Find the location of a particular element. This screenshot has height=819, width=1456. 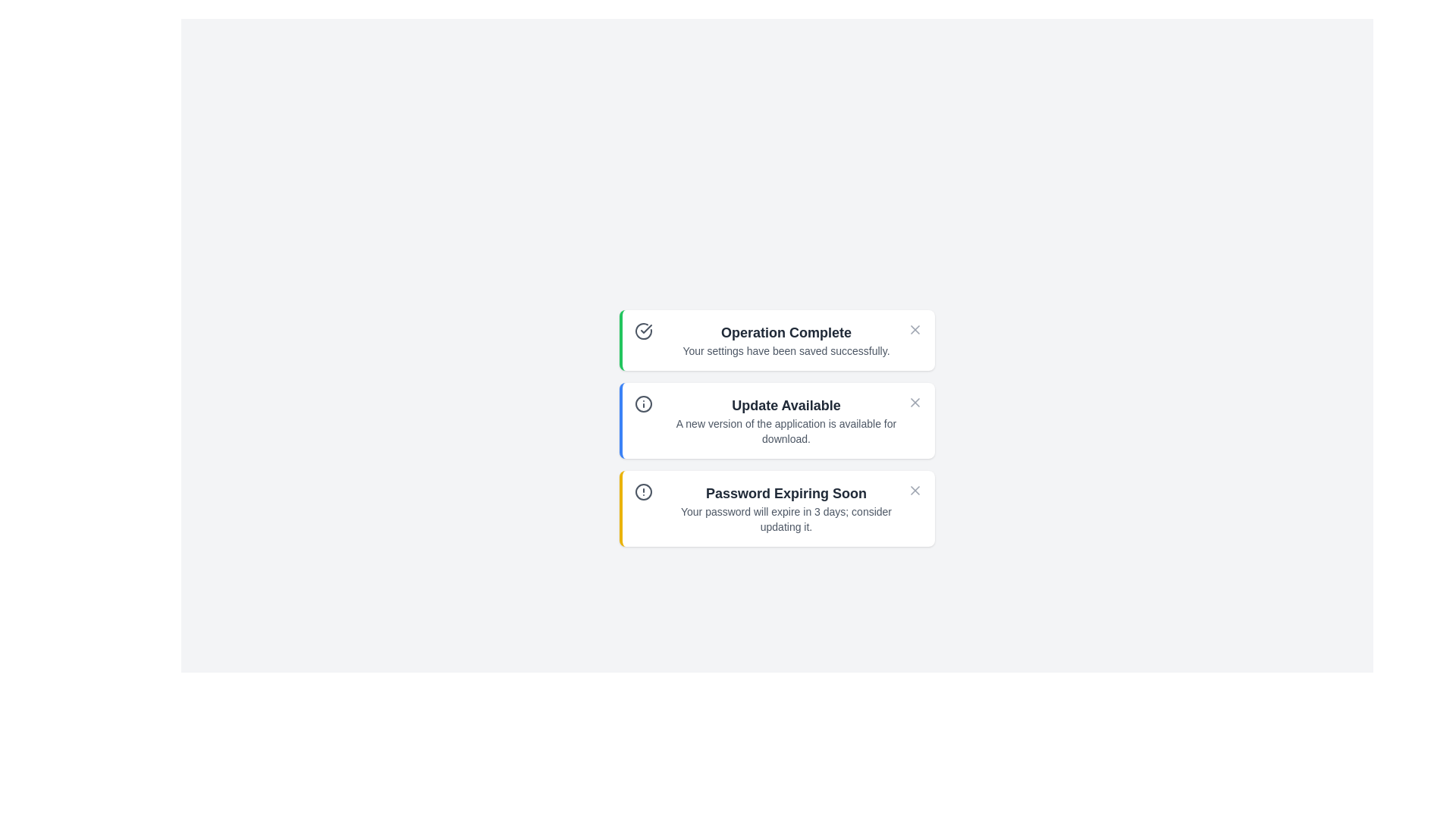

the informational icon located at the leftmost part of the 'Update Available' notification box is located at coordinates (644, 403).